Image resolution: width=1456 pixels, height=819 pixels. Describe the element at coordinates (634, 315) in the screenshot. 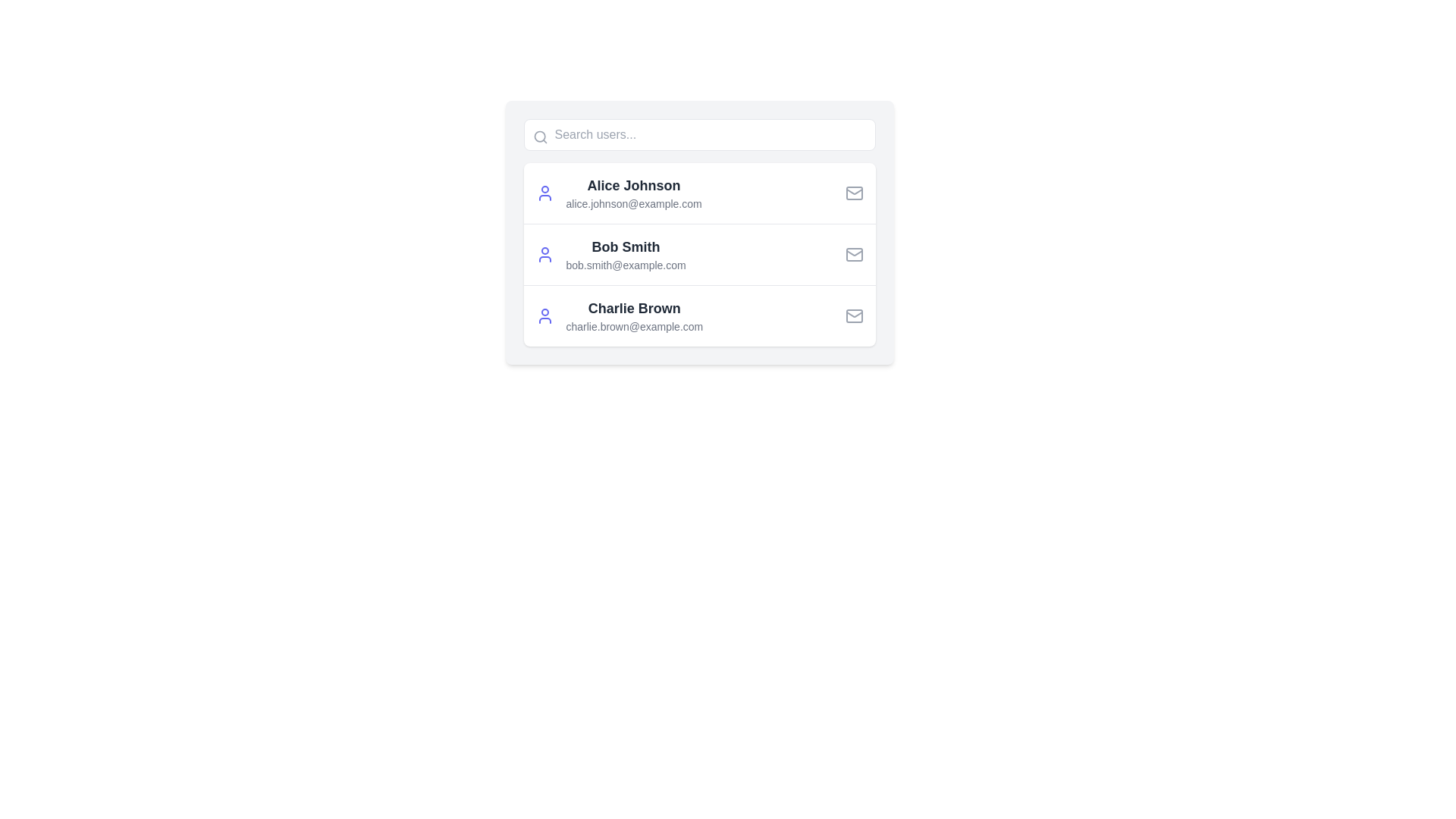

I see `the text block displaying the user's name and email, which is located in the third card of a vertical list, positioned to the right of the profile icon and to the left of the email icon` at that location.